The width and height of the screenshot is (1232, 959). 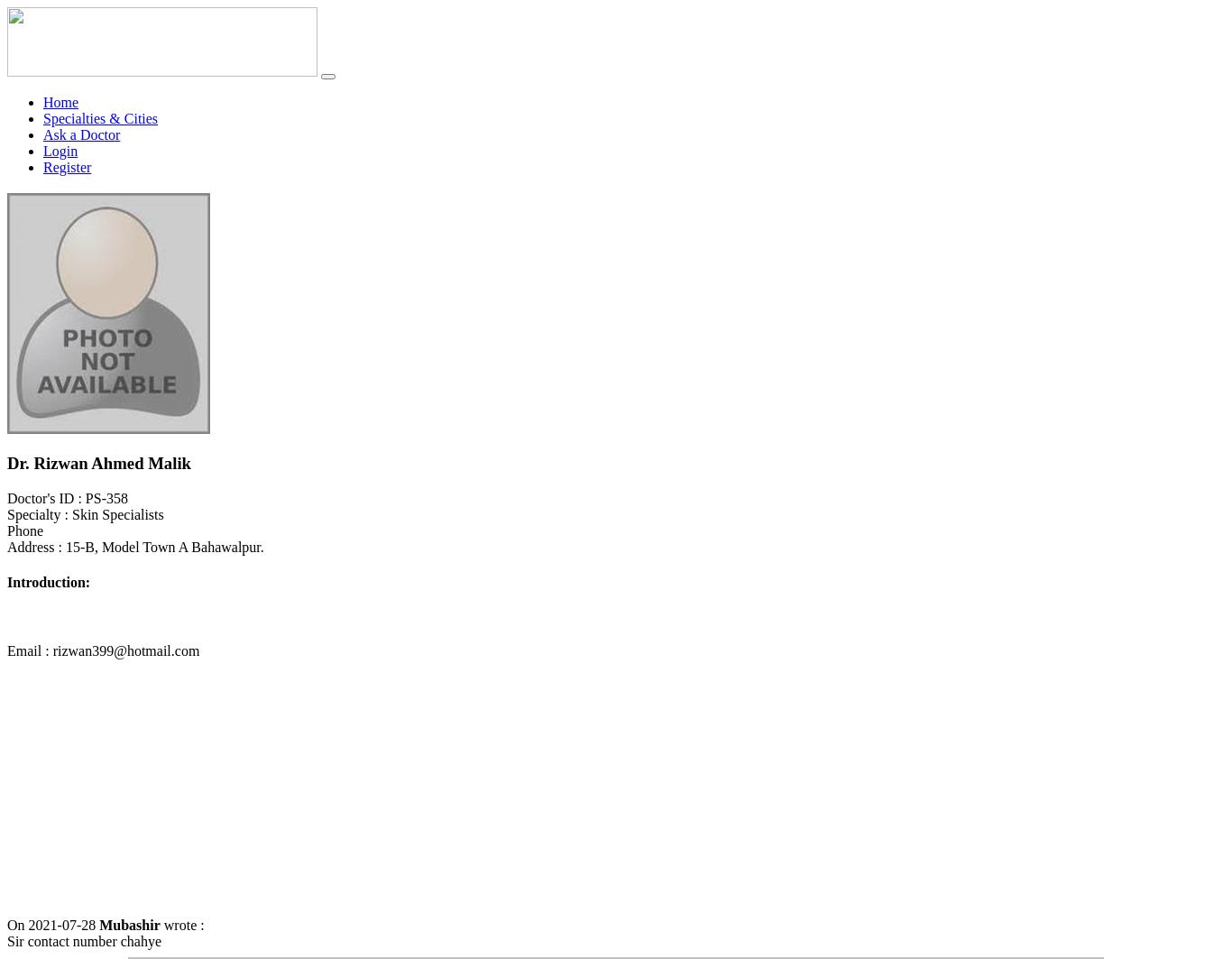 I want to click on 'Introduction:', so click(x=48, y=581).